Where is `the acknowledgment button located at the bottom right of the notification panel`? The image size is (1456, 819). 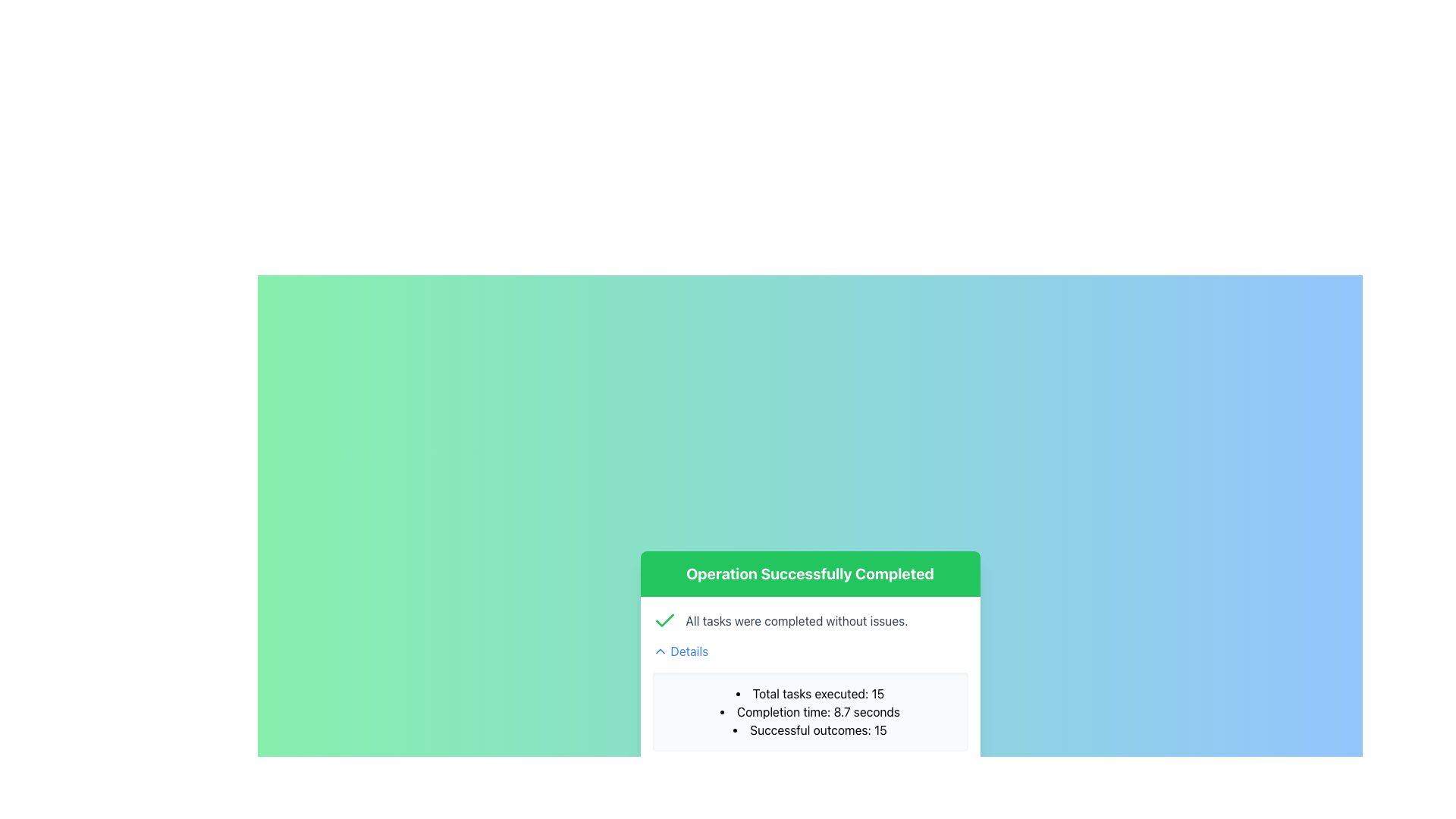 the acknowledgment button located at the bottom right of the notification panel is located at coordinates (847, 789).